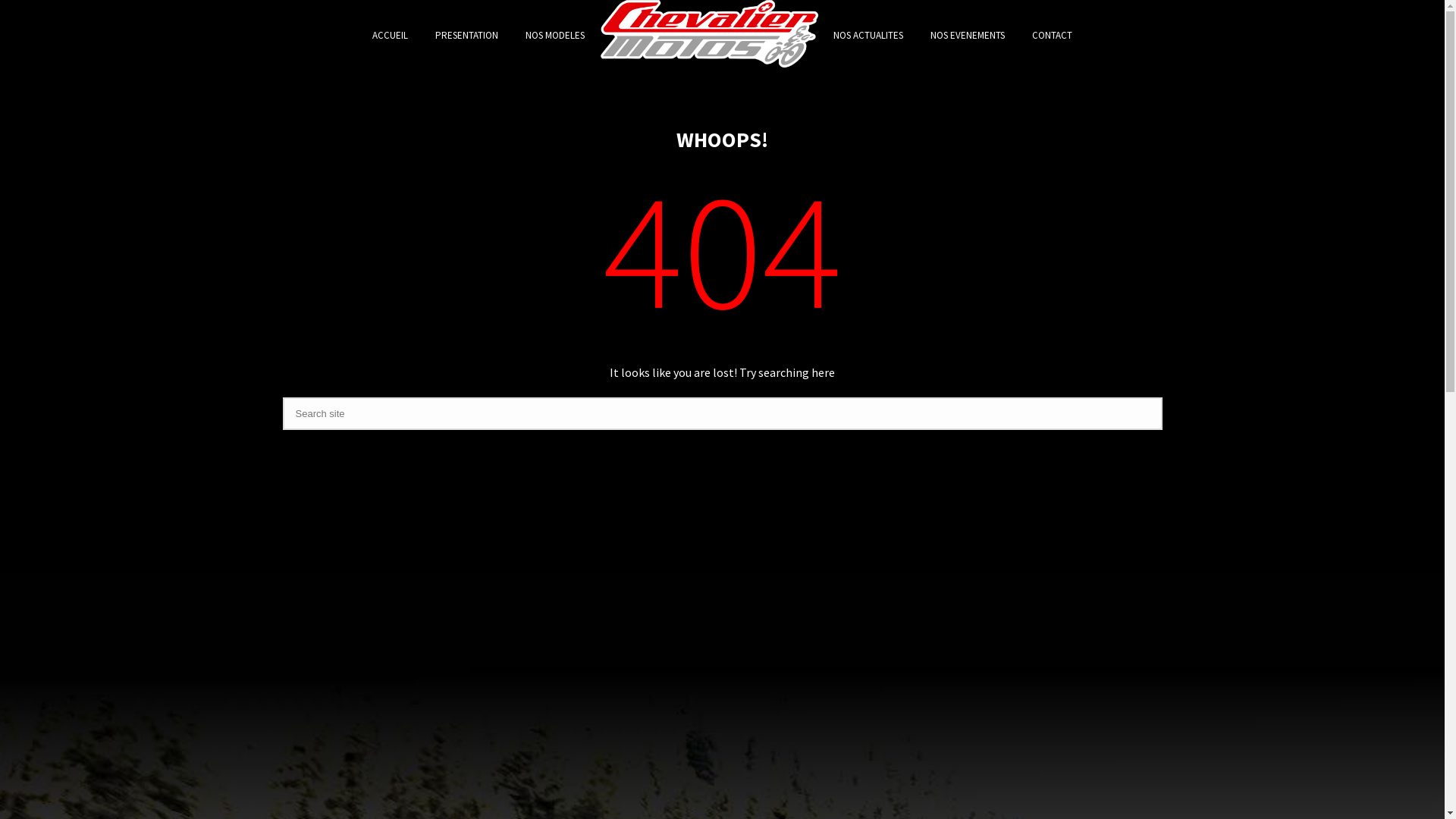  What do you see at coordinates (1051, 34) in the screenshot?
I see `'CONTACT'` at bounding box center [1051, 34].